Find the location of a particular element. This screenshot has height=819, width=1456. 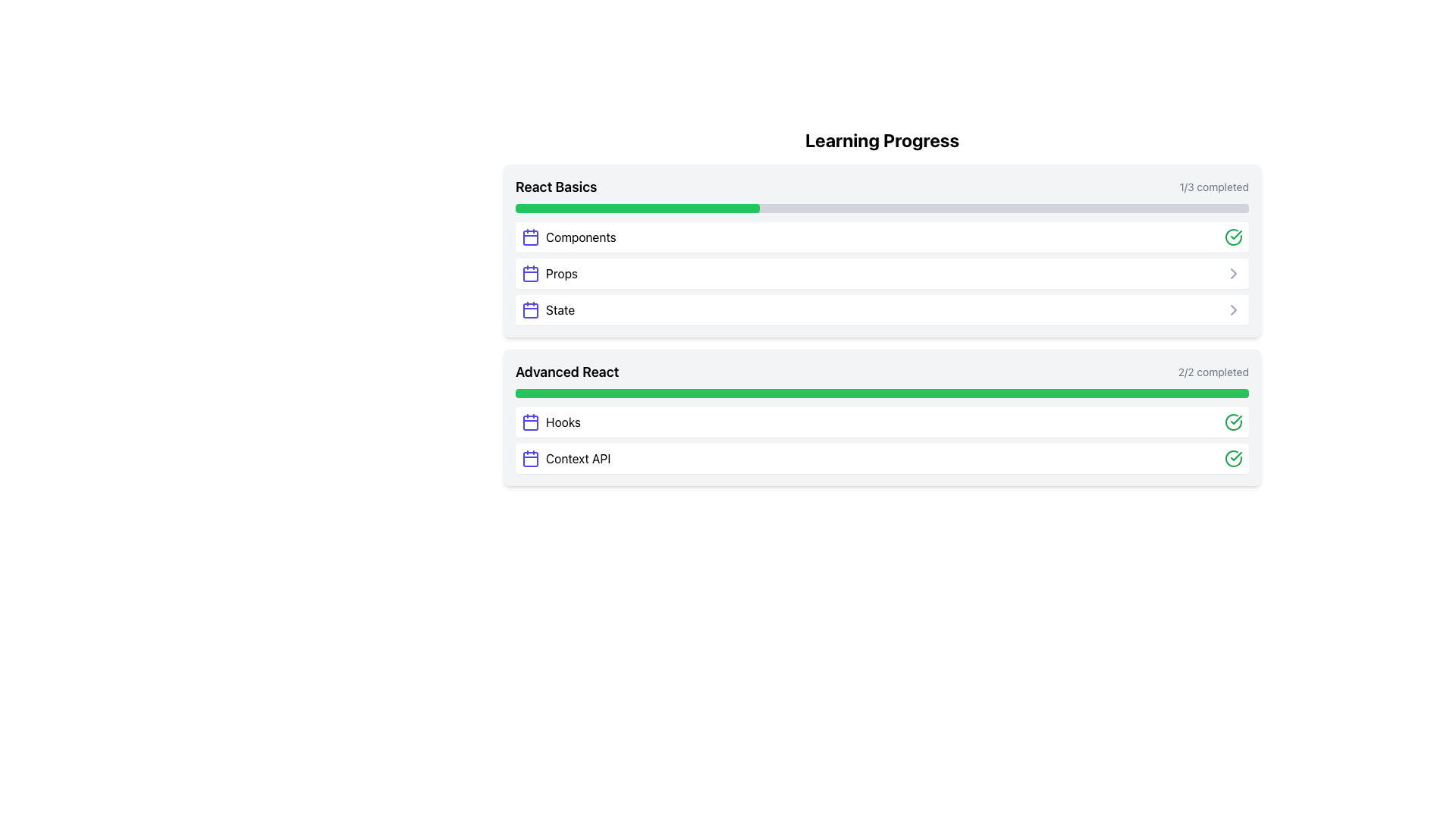

the calendar icon with a purple outline located next to the 'Hooks' text in the 'Advanced React' section is located at coordinates (531, 422).